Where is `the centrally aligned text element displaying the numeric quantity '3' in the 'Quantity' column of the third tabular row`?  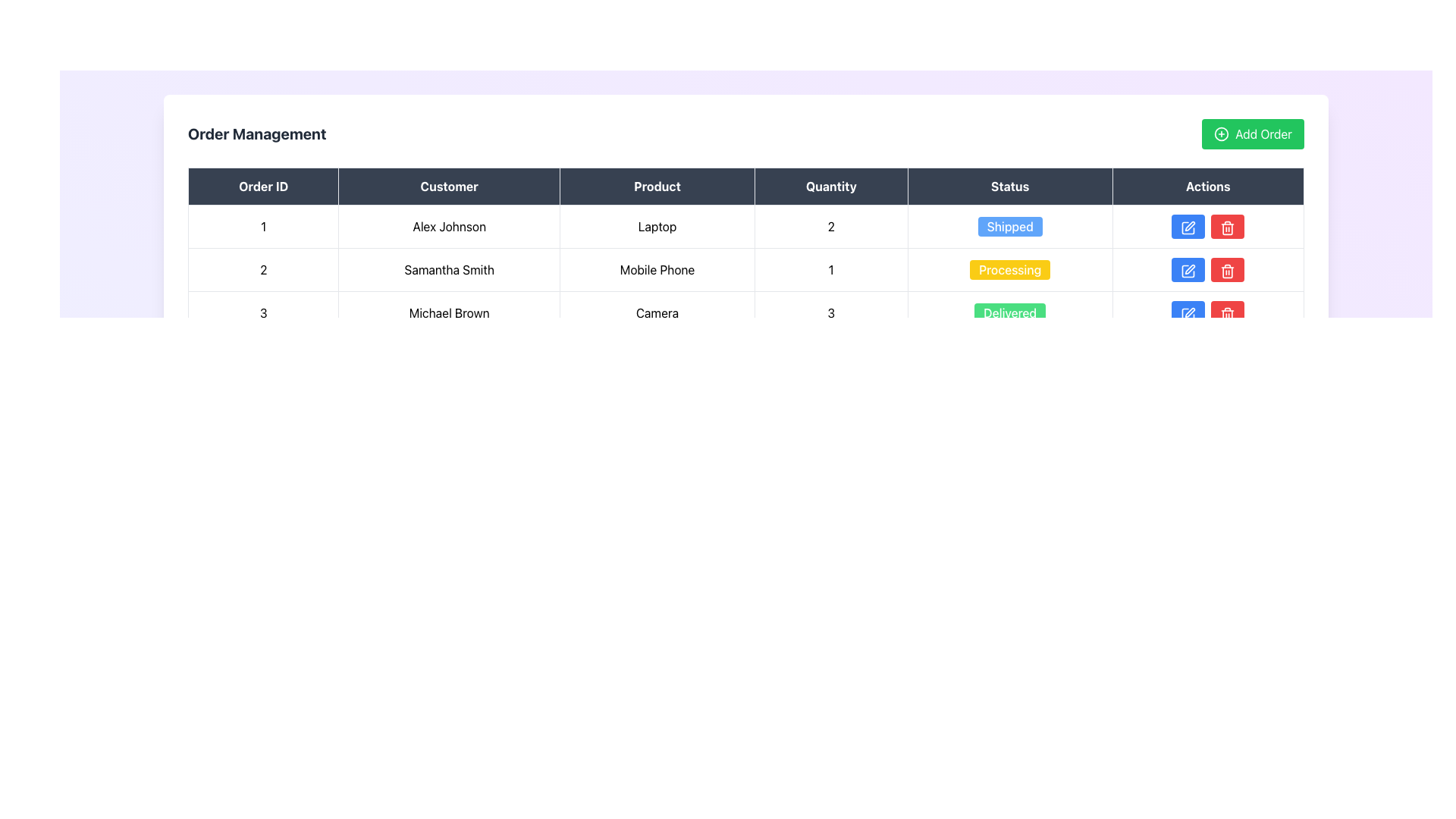
the centrally aligned text element displaying the numeric quantity '3' in the 'Quantity' column of the third tabular row is located at coordinates (830, 312).